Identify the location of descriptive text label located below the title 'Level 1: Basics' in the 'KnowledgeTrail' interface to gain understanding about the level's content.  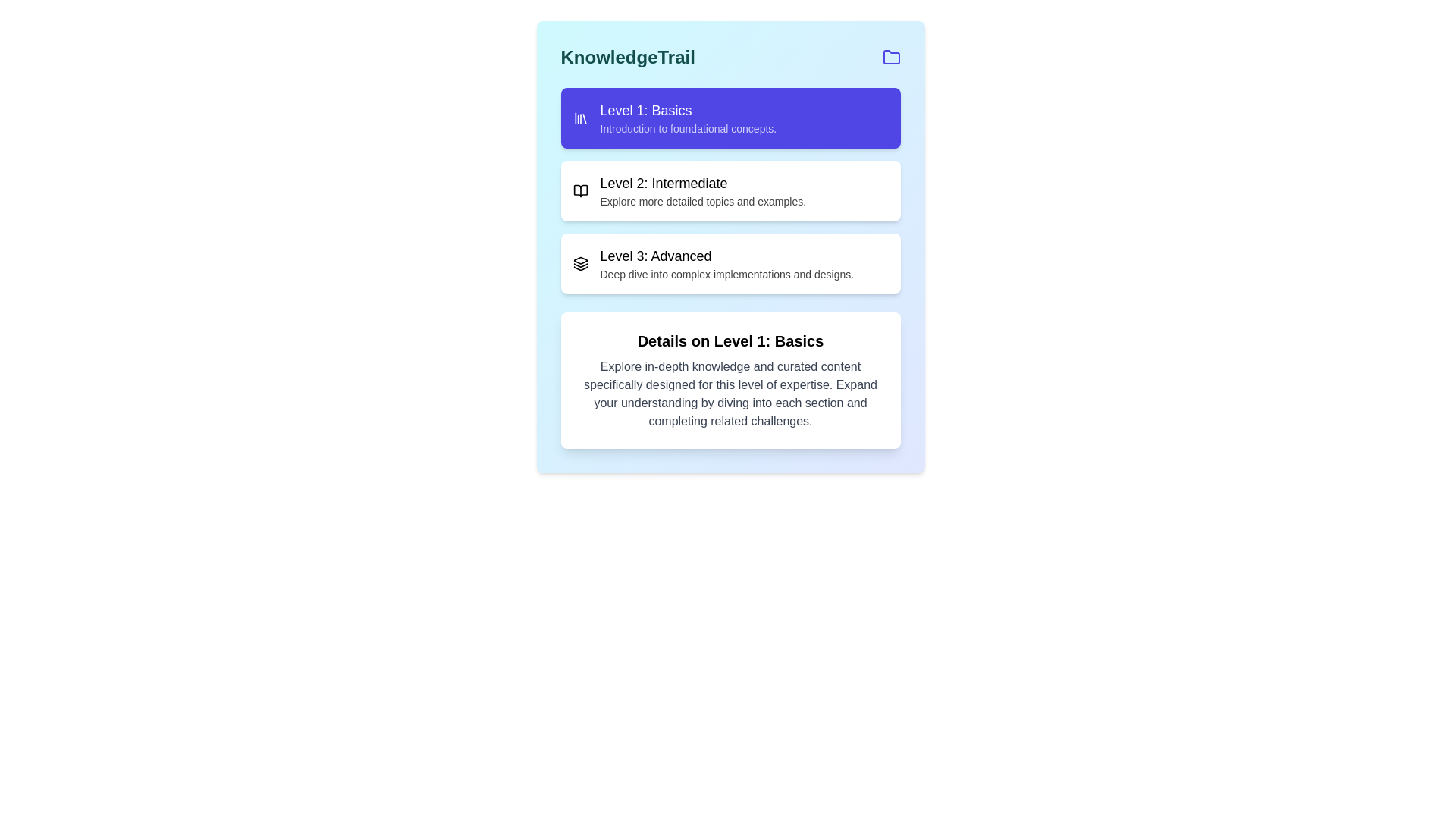
(687, 127).